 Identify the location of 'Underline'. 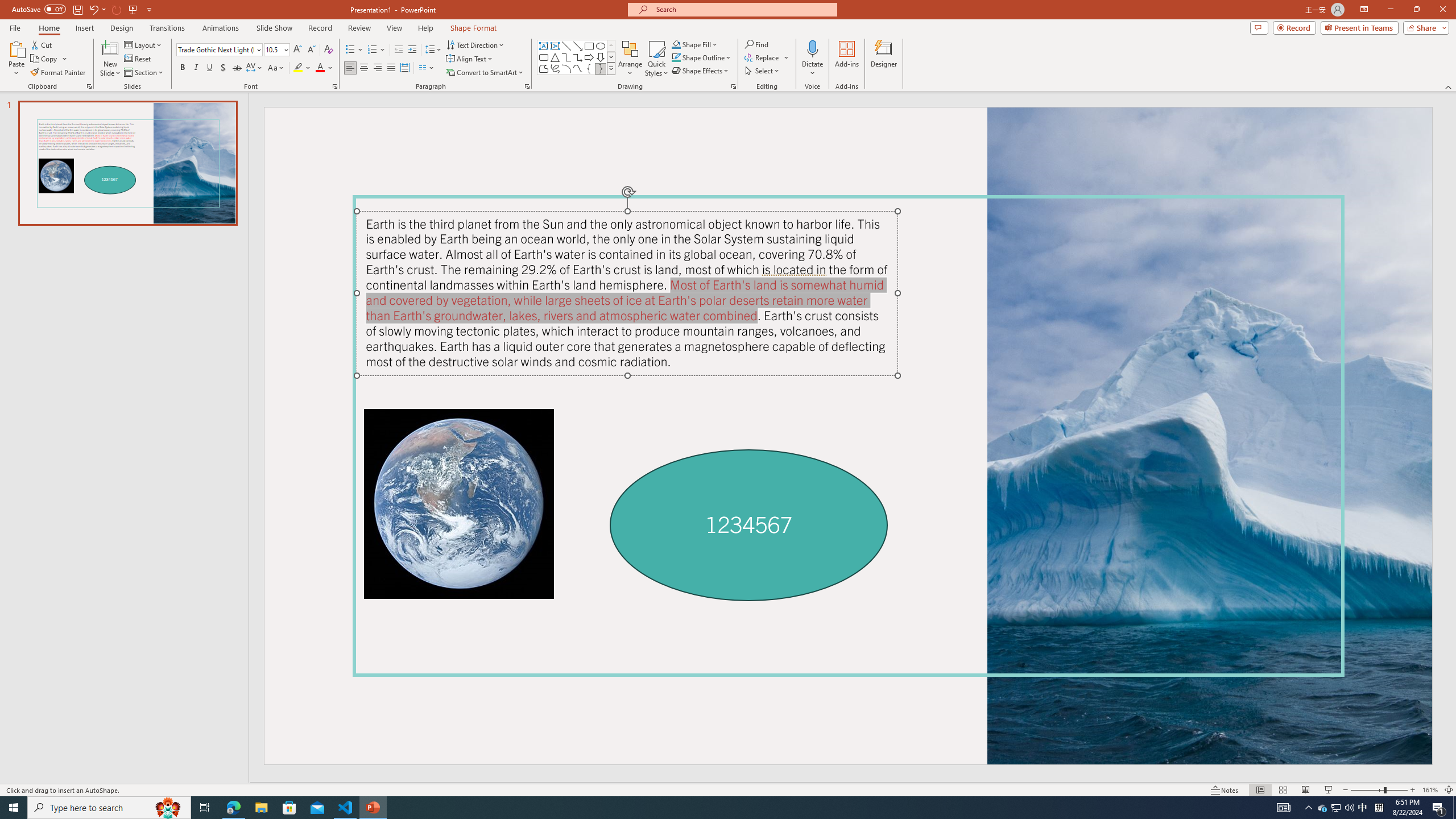
(209, 67).